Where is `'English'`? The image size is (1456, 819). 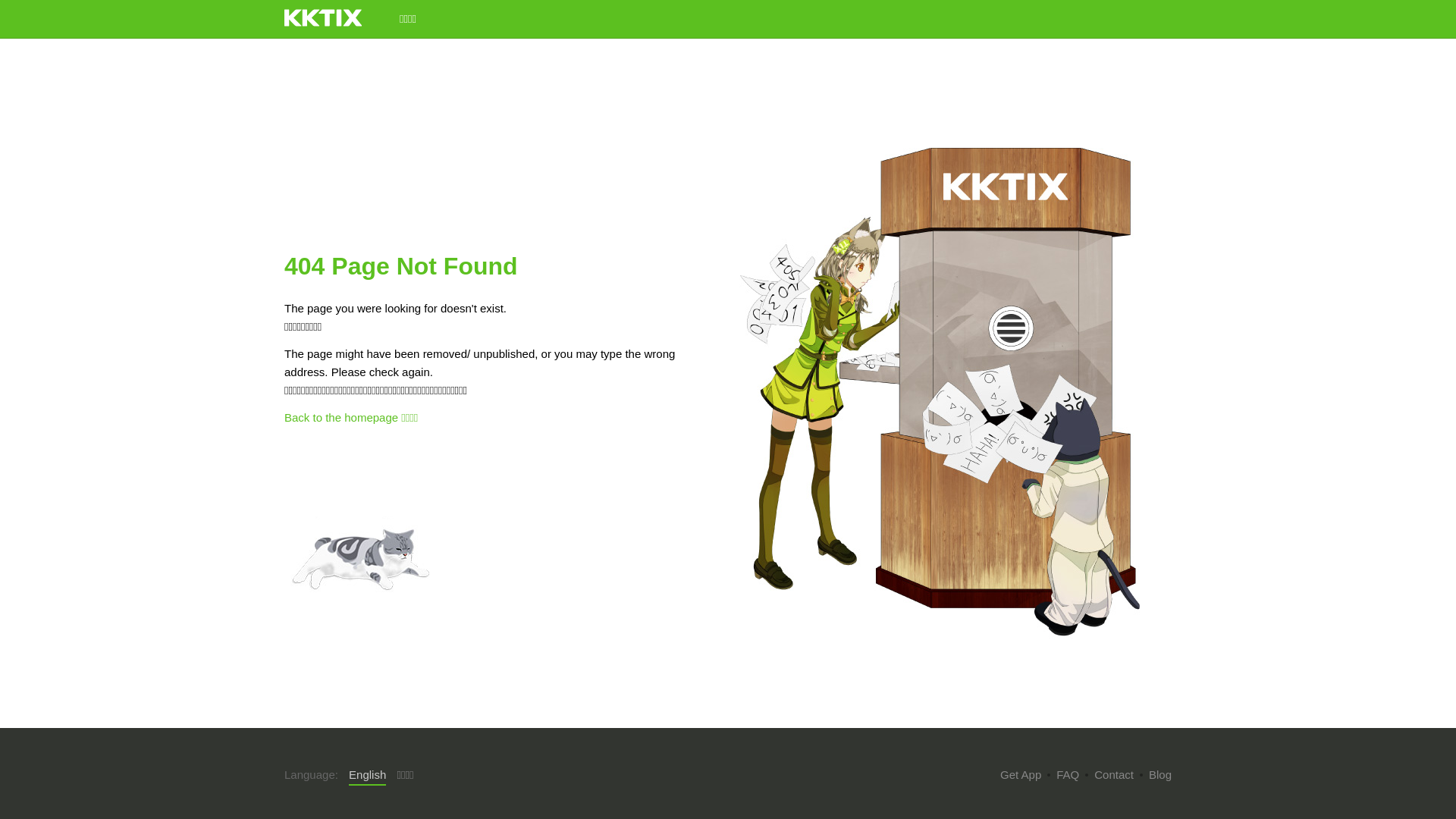
'English' is located at coordinates (367, 775).